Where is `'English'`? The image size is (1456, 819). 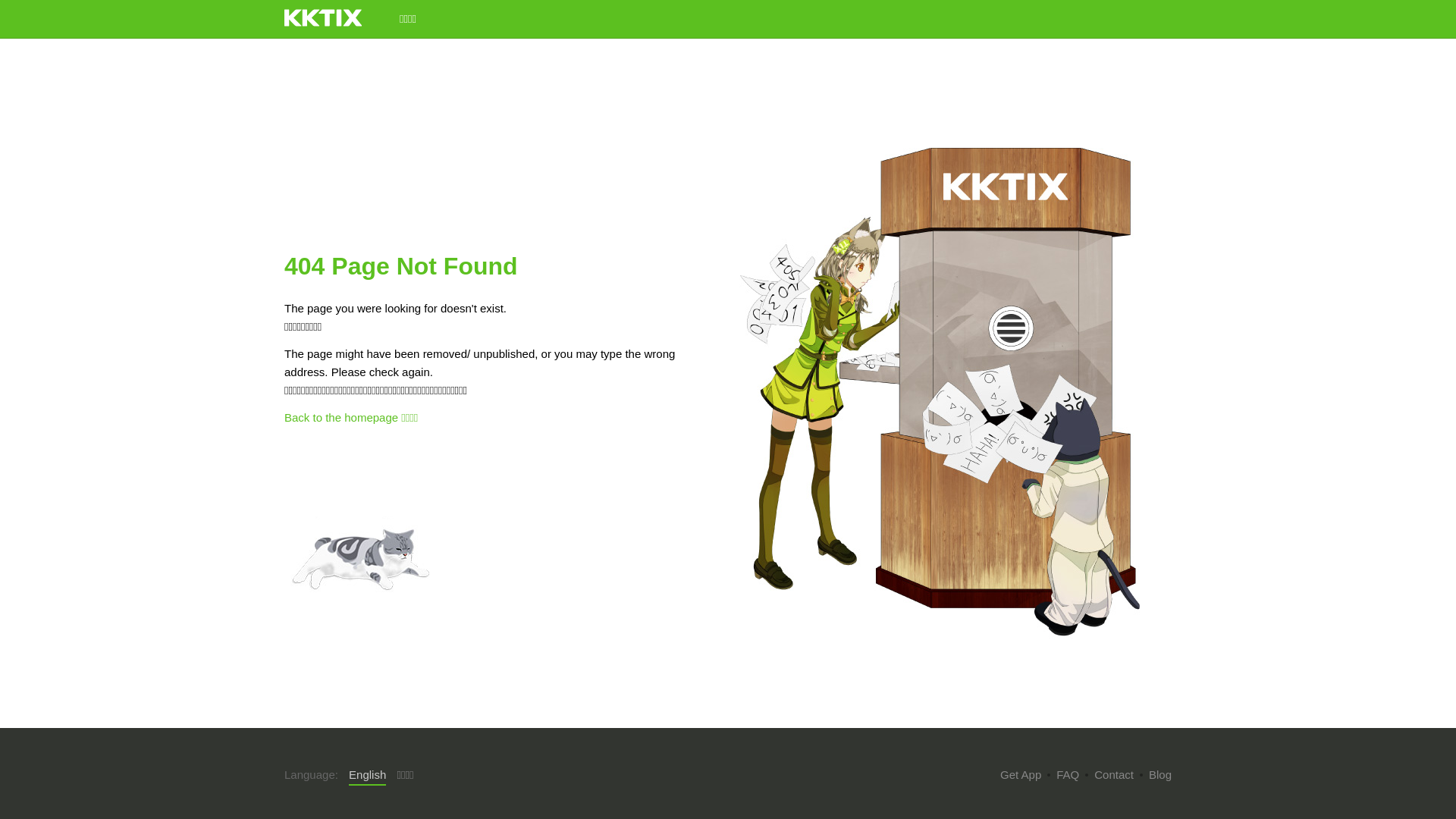
'English' is located at coordinates (367, 775).